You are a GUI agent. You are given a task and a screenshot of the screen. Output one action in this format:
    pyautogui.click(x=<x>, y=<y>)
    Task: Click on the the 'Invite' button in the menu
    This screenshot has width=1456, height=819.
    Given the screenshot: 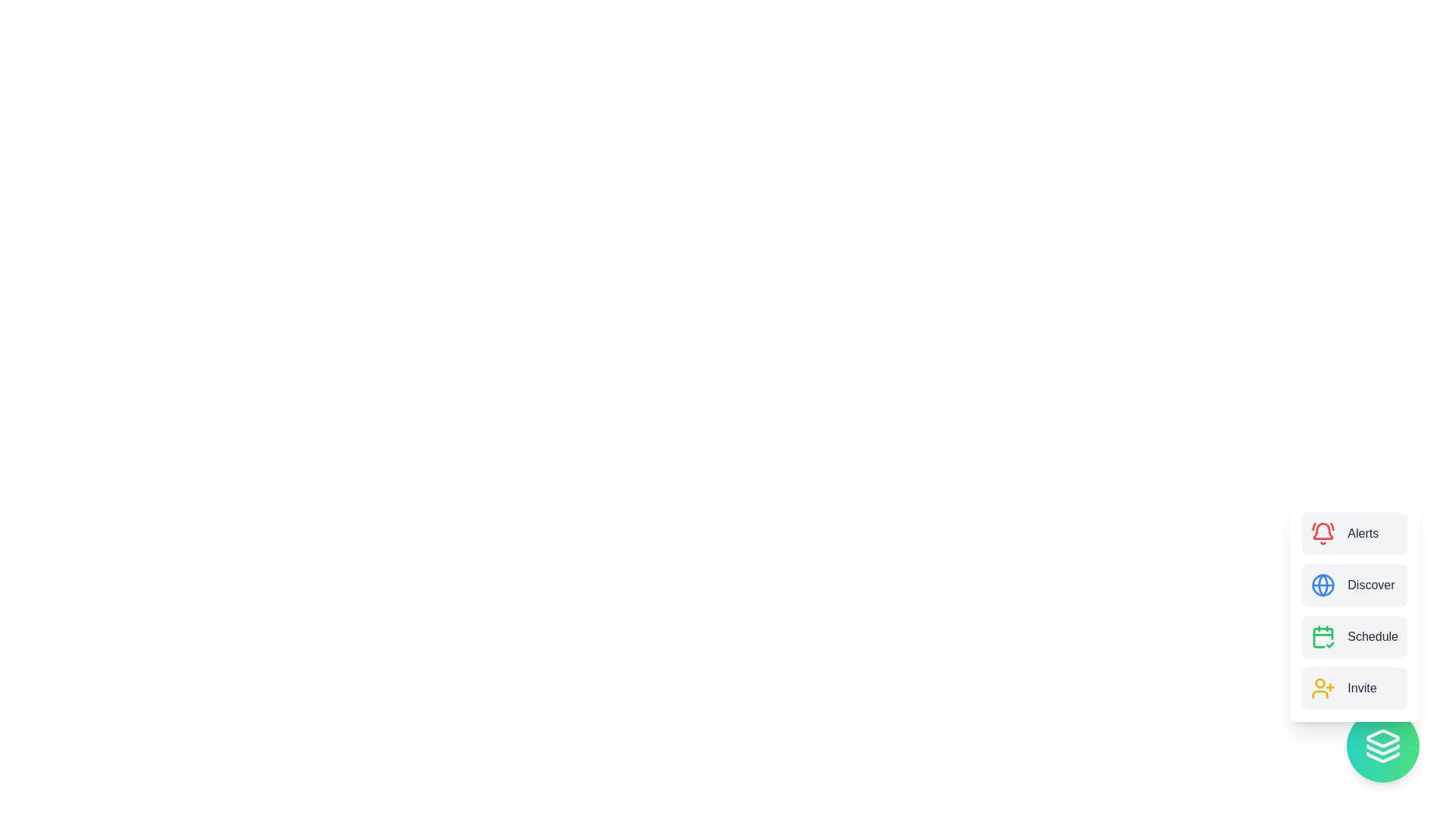 What is the action you would take?
    pyautogui.click(x=1354, y=688)
    